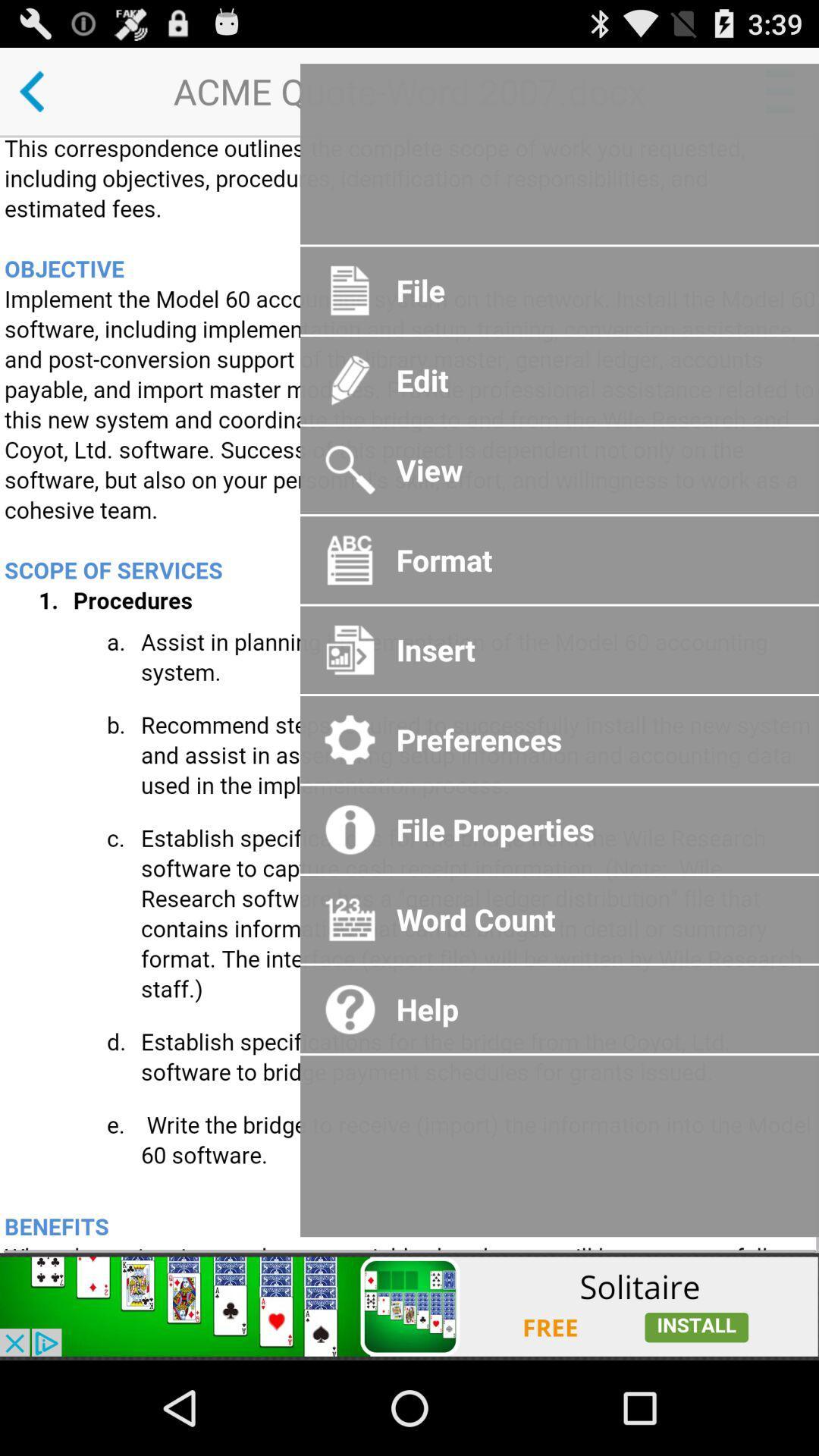 The width and height of the screenshot is (819, 1456). Describe the element at coordinates (42, 97) in the screenshot. I see `the arrow_backward icon` at that location.